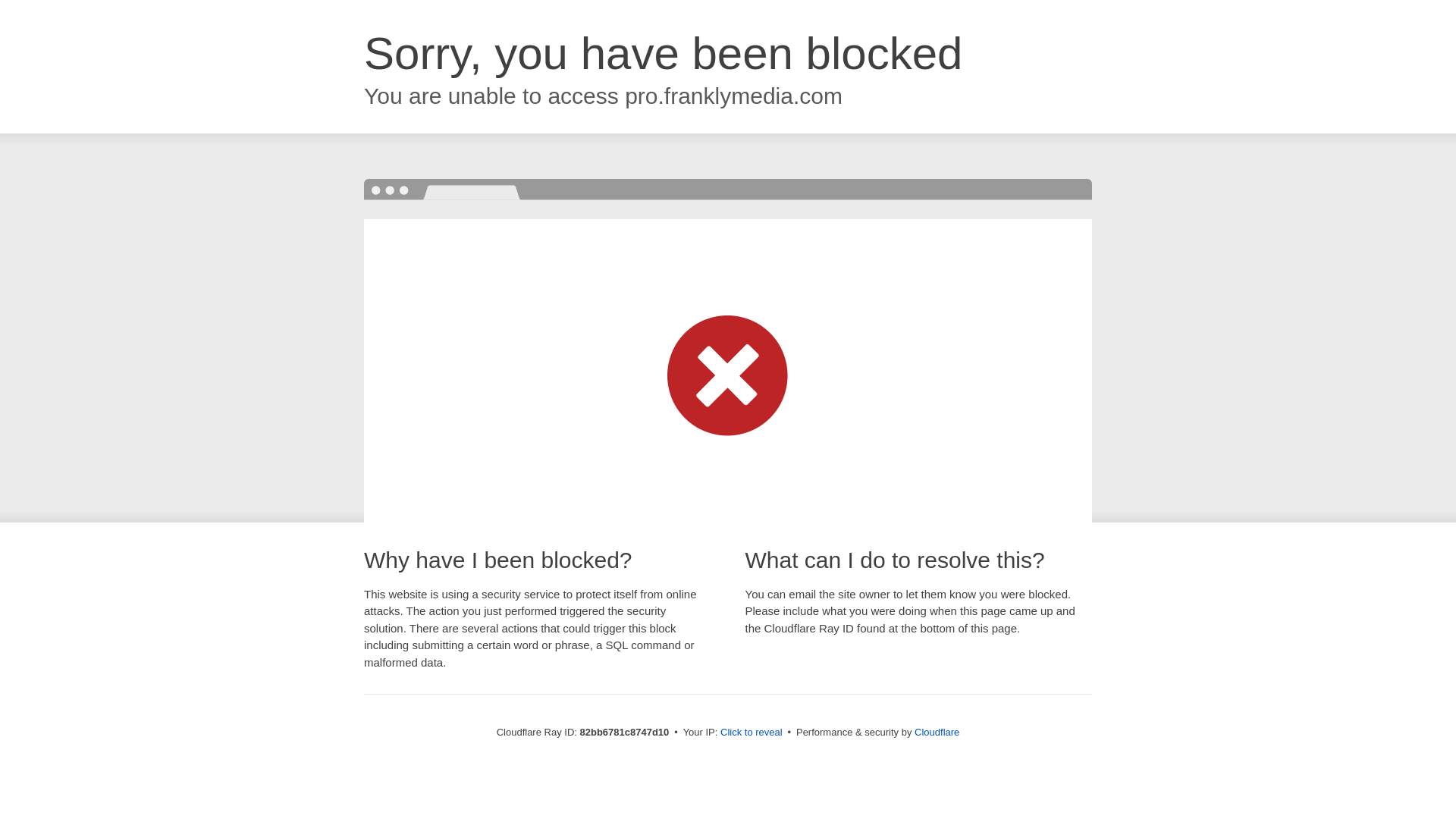 Image resolution: width=1456 pixels, height=819 pixels. What do you see at coordinates (936, 731) in the screenshot?
I see `'Cloudflare'` at bounding box center [936, 731].